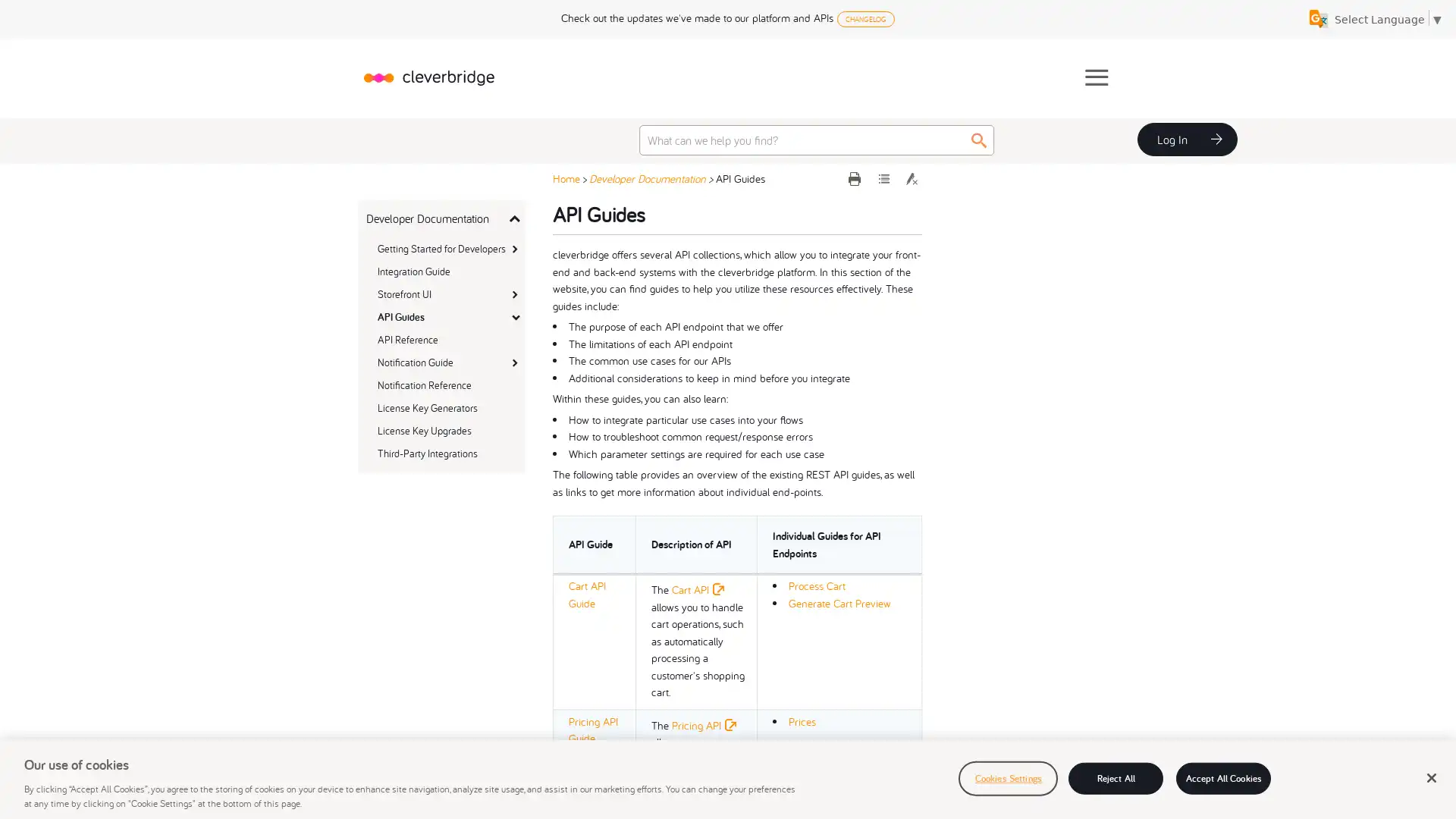  Describe the element at coordinates (1430, 778) in the screenshot. I see `Close` at that location.